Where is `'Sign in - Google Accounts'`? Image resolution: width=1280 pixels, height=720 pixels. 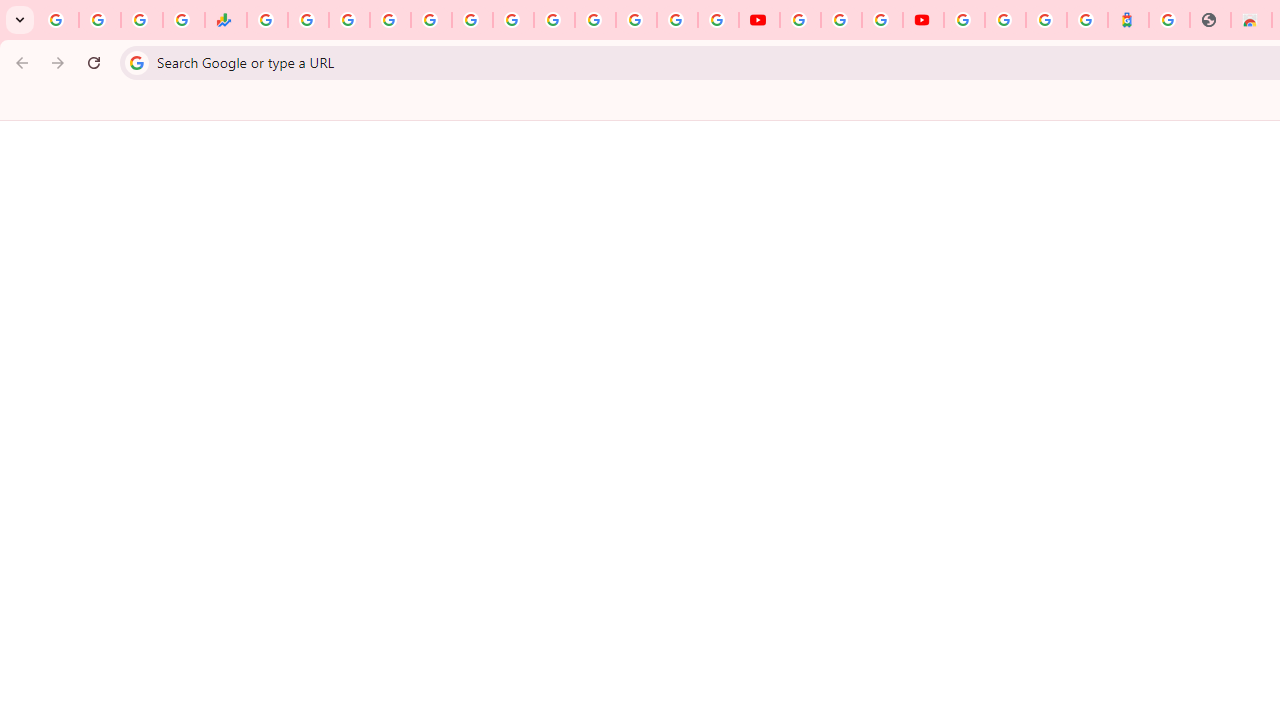
'Sign in - Google Accounts' is located at coordinates (964, 20).